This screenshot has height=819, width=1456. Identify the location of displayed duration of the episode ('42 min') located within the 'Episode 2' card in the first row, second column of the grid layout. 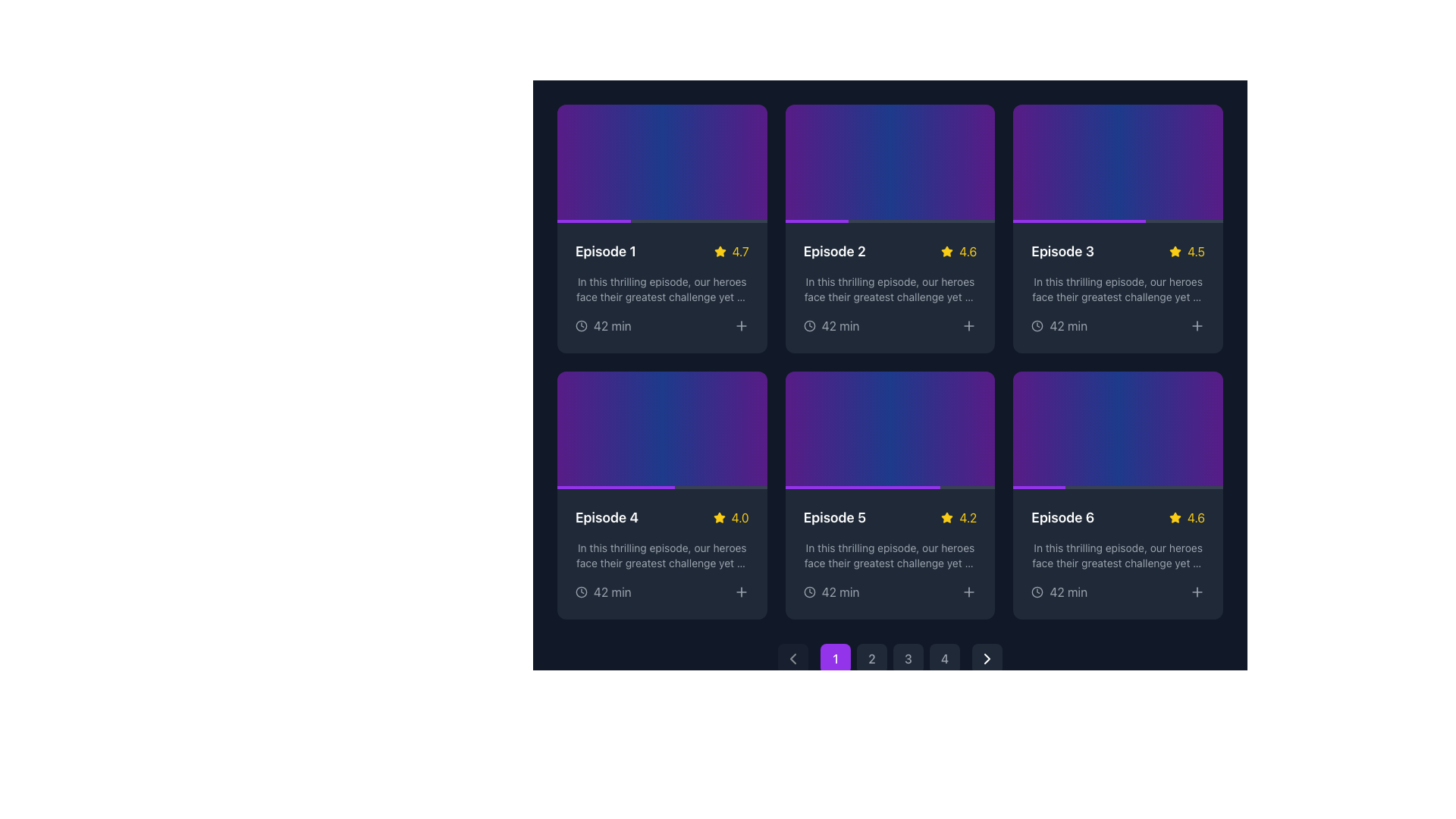
(890, 325).